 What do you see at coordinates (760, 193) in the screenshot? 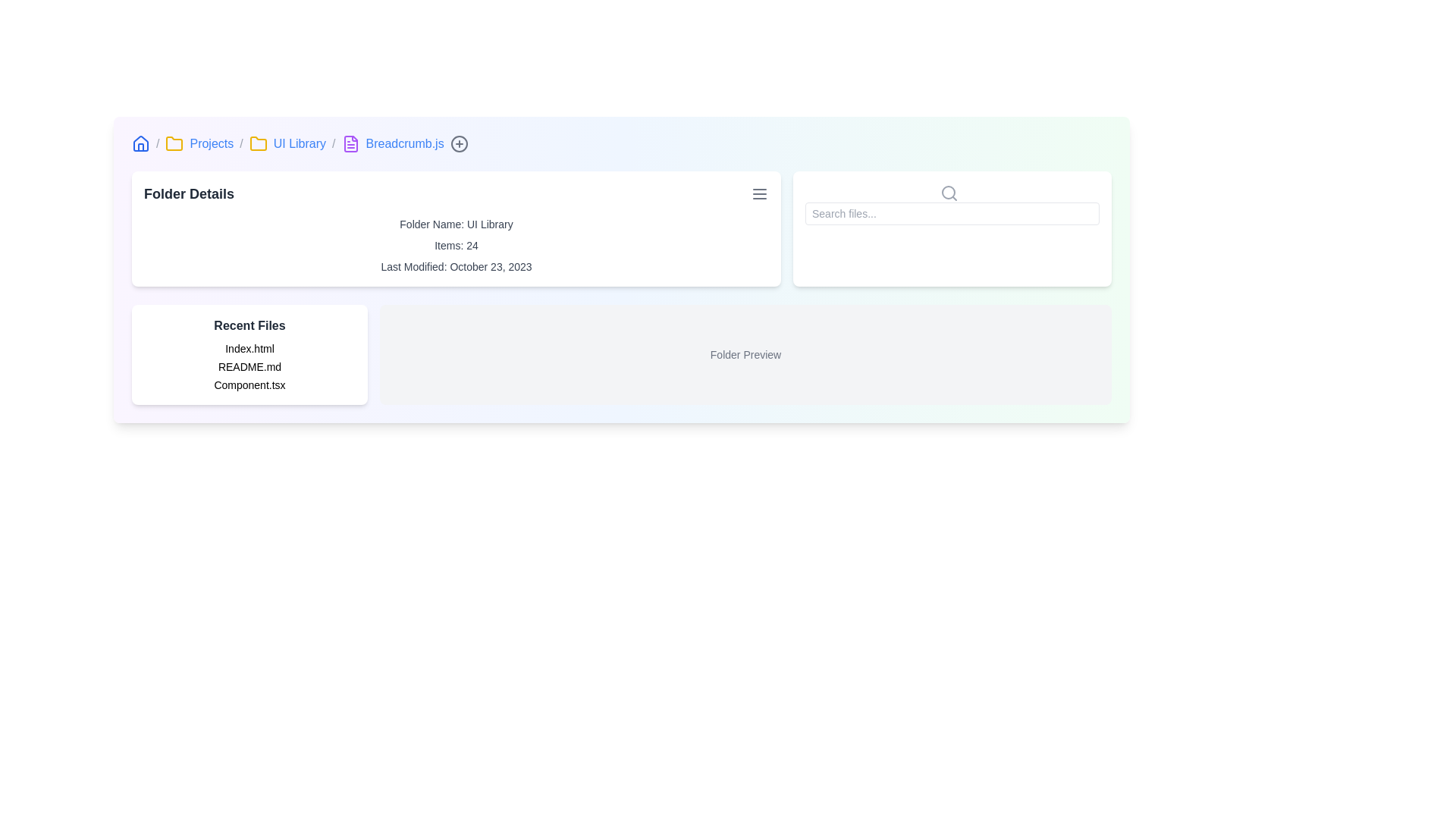
I see `the Icon button located to the far right of the 'Folder Details' header` at bounding box center [760, 193].